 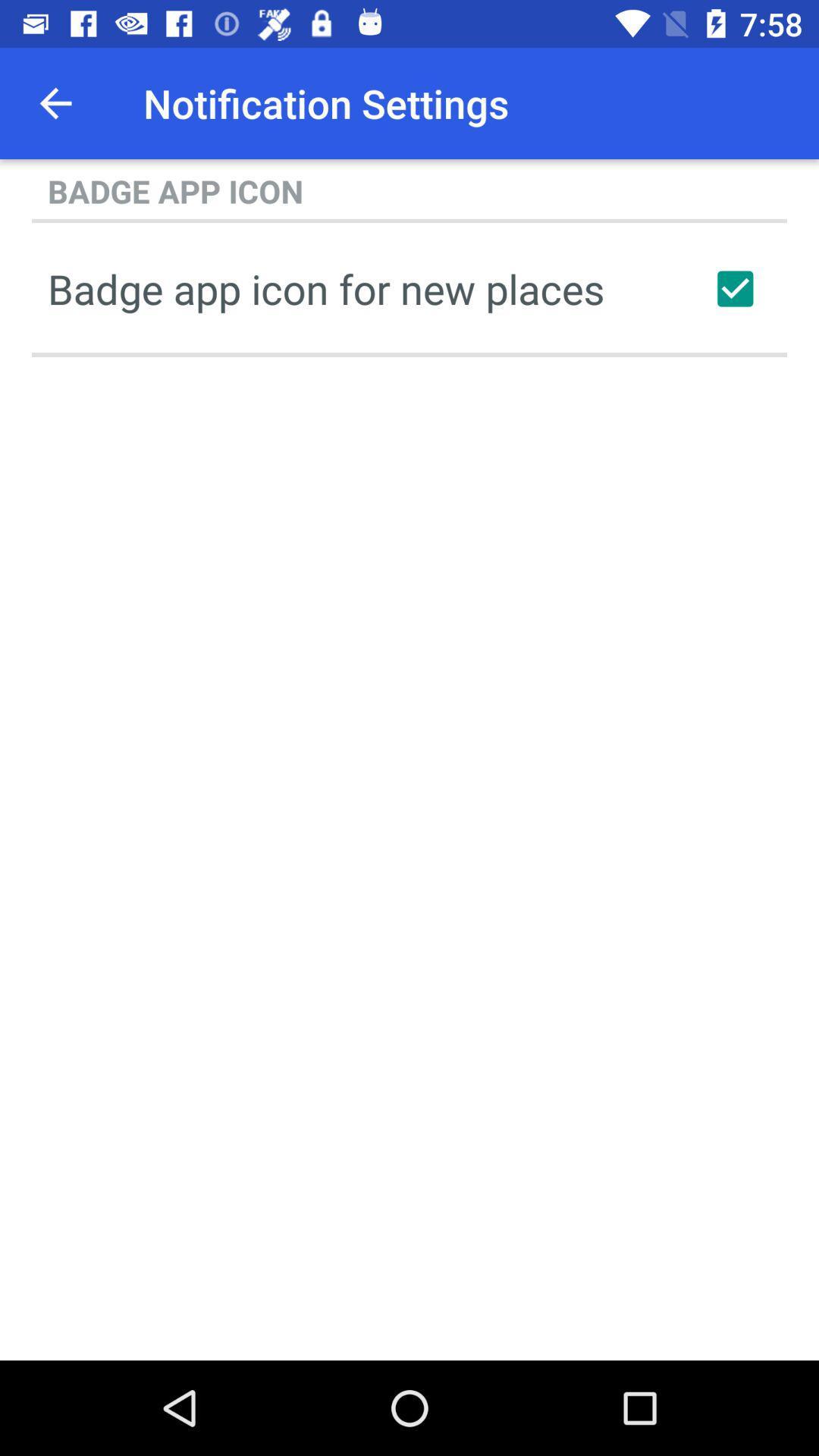 I want to click on the item at the top right corner, so click(x=734, y=288).